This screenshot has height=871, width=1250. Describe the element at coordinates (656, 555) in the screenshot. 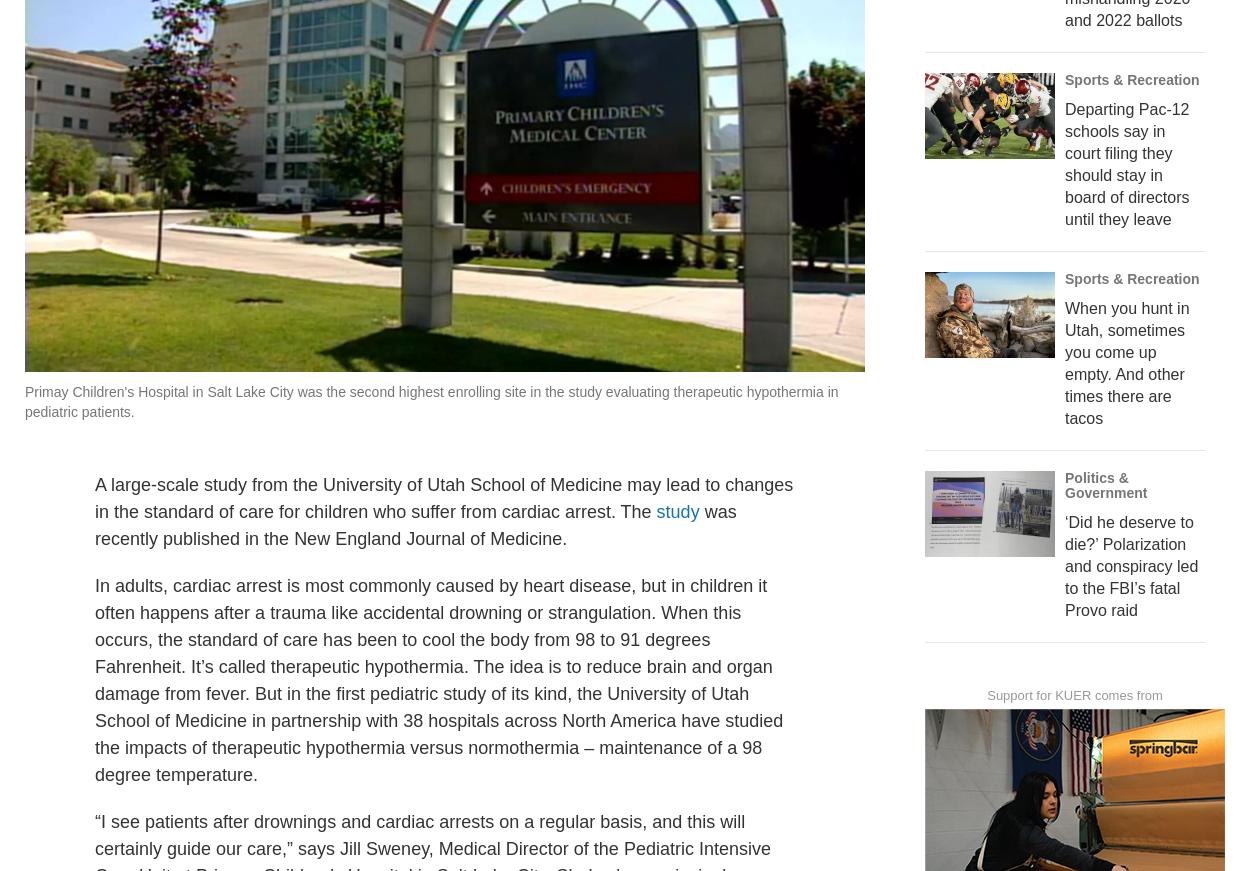

I see `'study'` at that location.